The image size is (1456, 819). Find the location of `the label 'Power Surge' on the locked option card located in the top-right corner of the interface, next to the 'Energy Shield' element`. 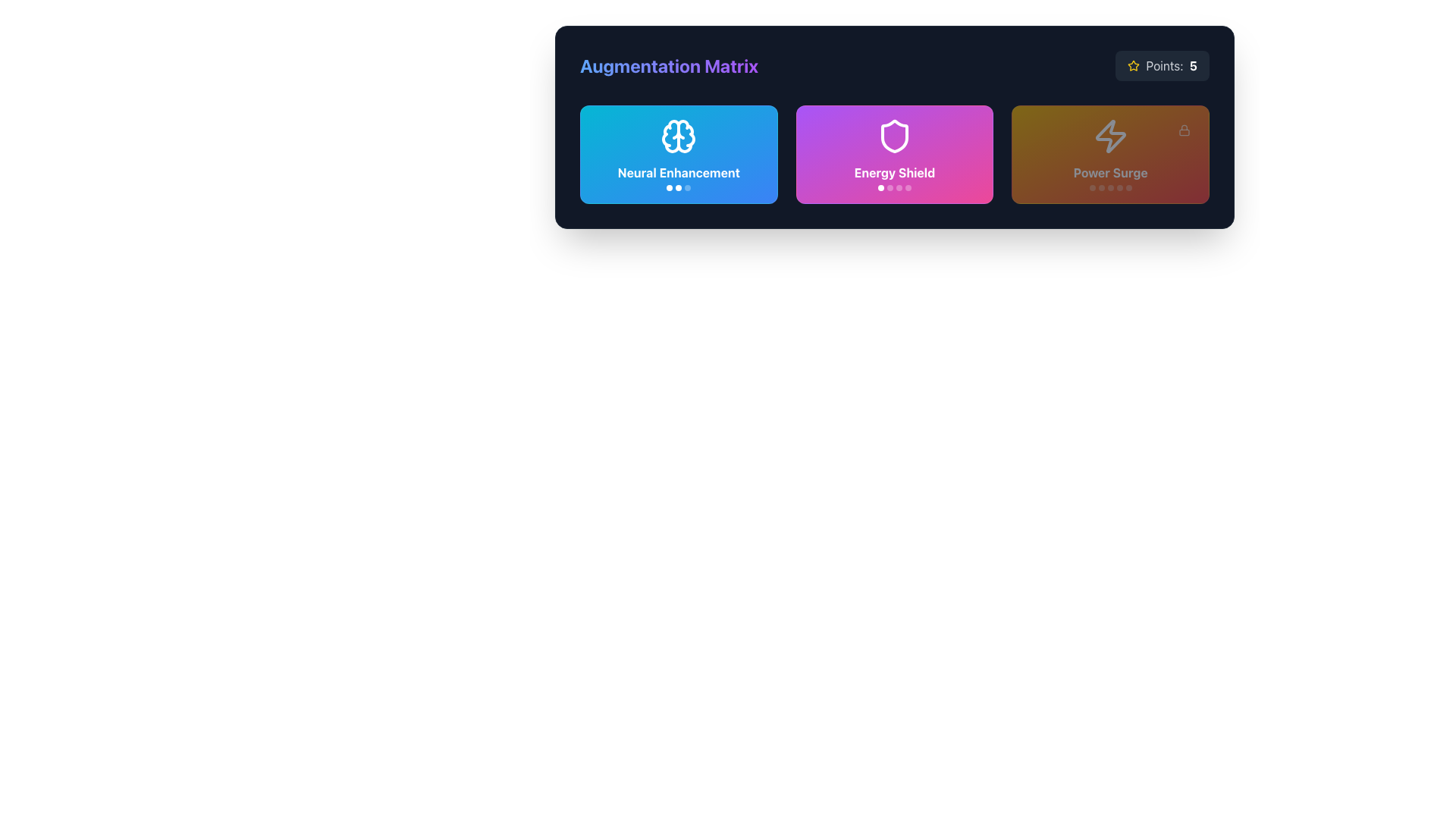

the label 'Power Surge' on the locked option card located in the top-right corner of the interface, next to the 'Energy Shield' element is located at coordinates (1110, 155).